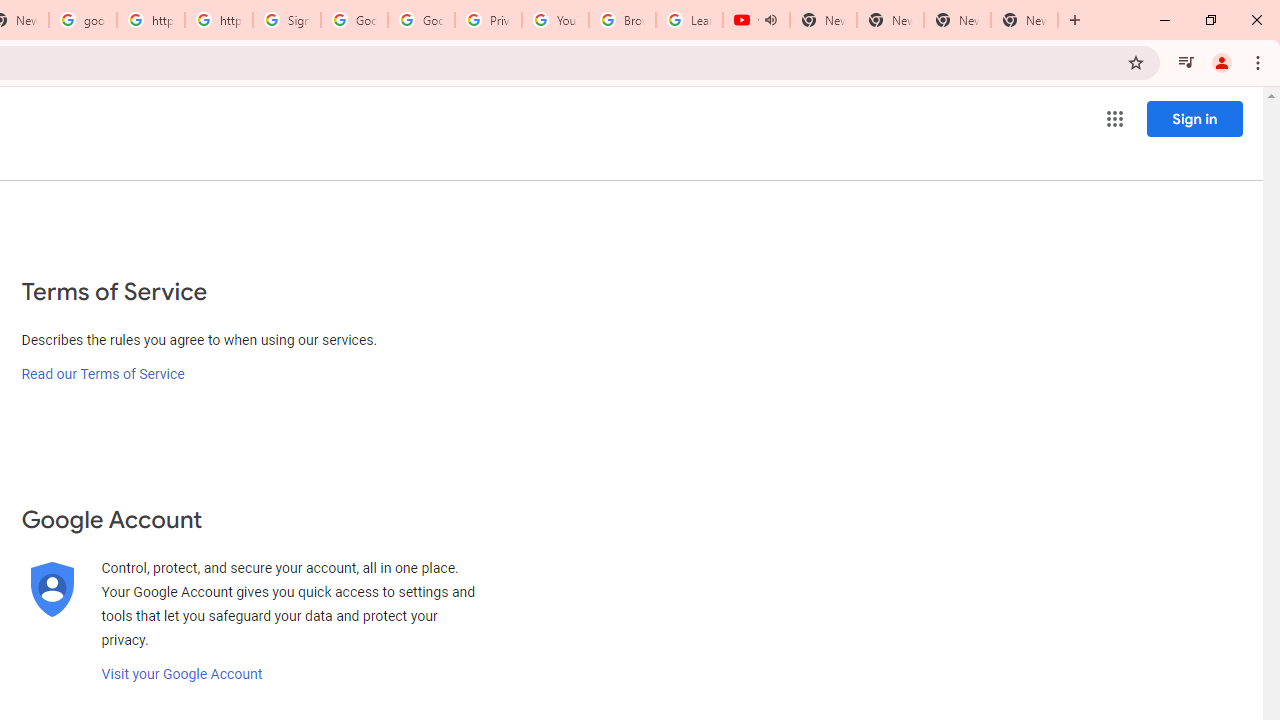  Describe the element at coordinates (1113, 119) in the screenshot. I see `'Google apps'` at that location.